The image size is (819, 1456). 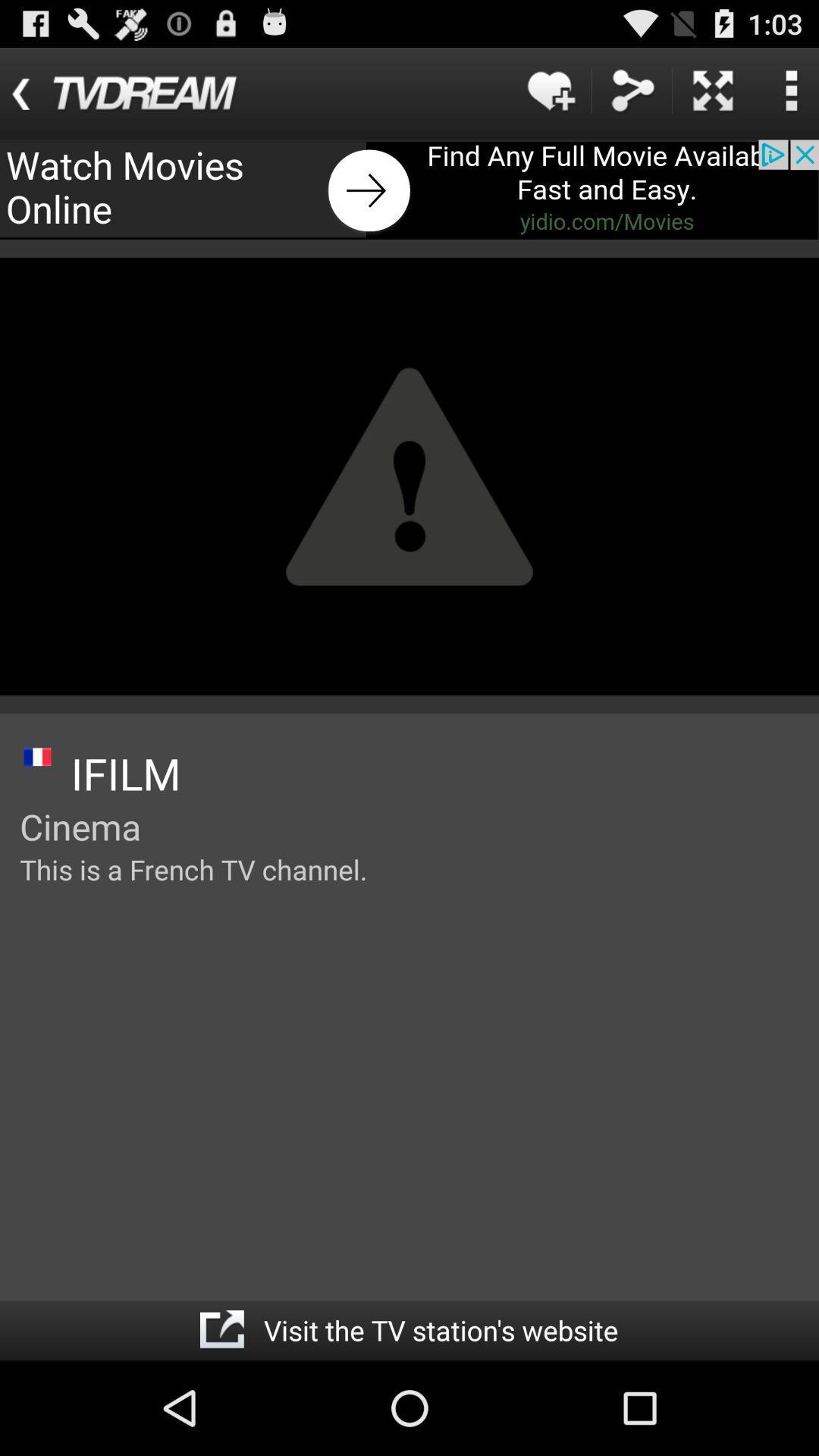 I want to click on advertisement, so click(x=713, y=89).